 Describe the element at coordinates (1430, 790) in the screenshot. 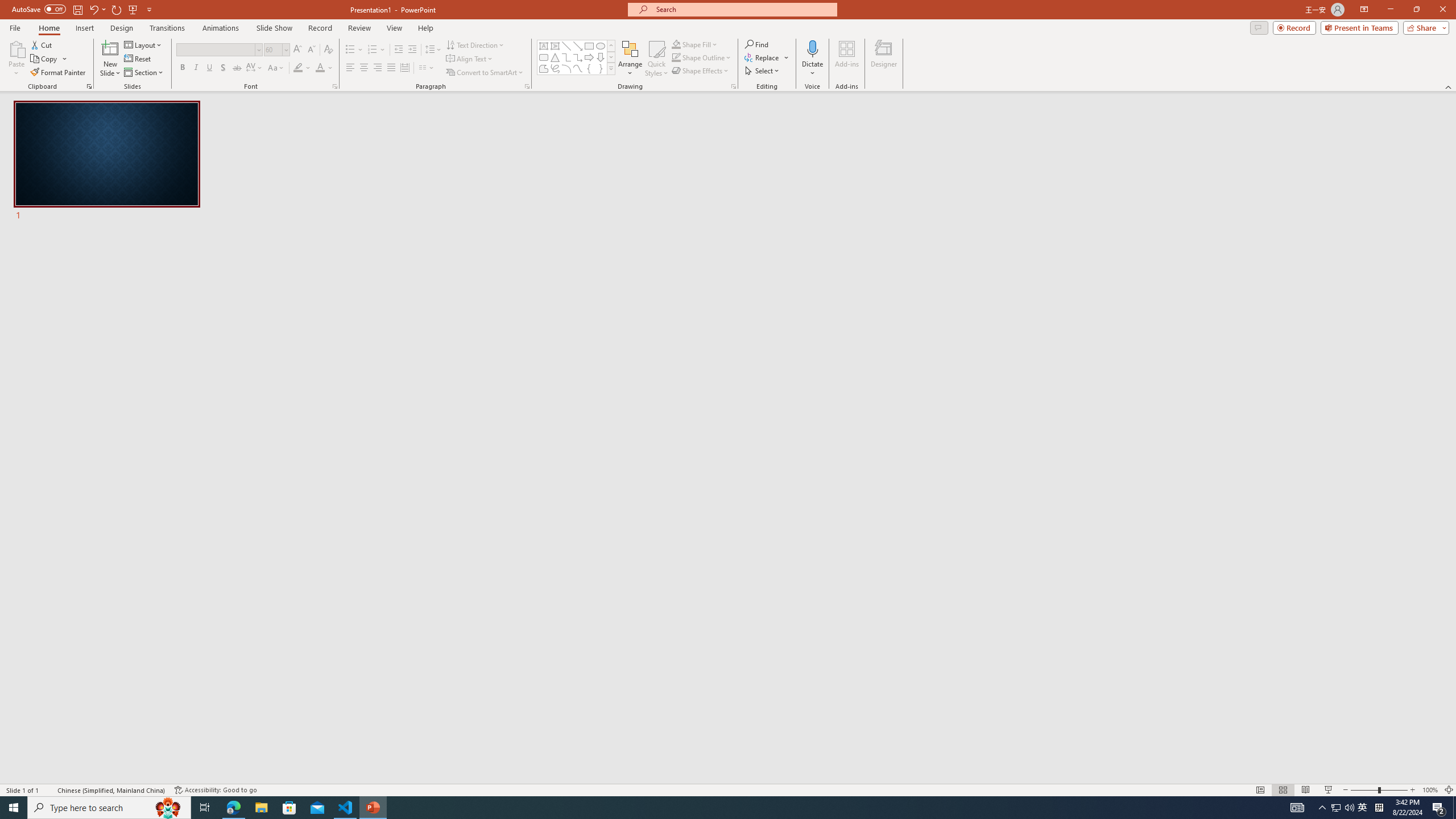

I see `'Zoom 100%'` at that location.